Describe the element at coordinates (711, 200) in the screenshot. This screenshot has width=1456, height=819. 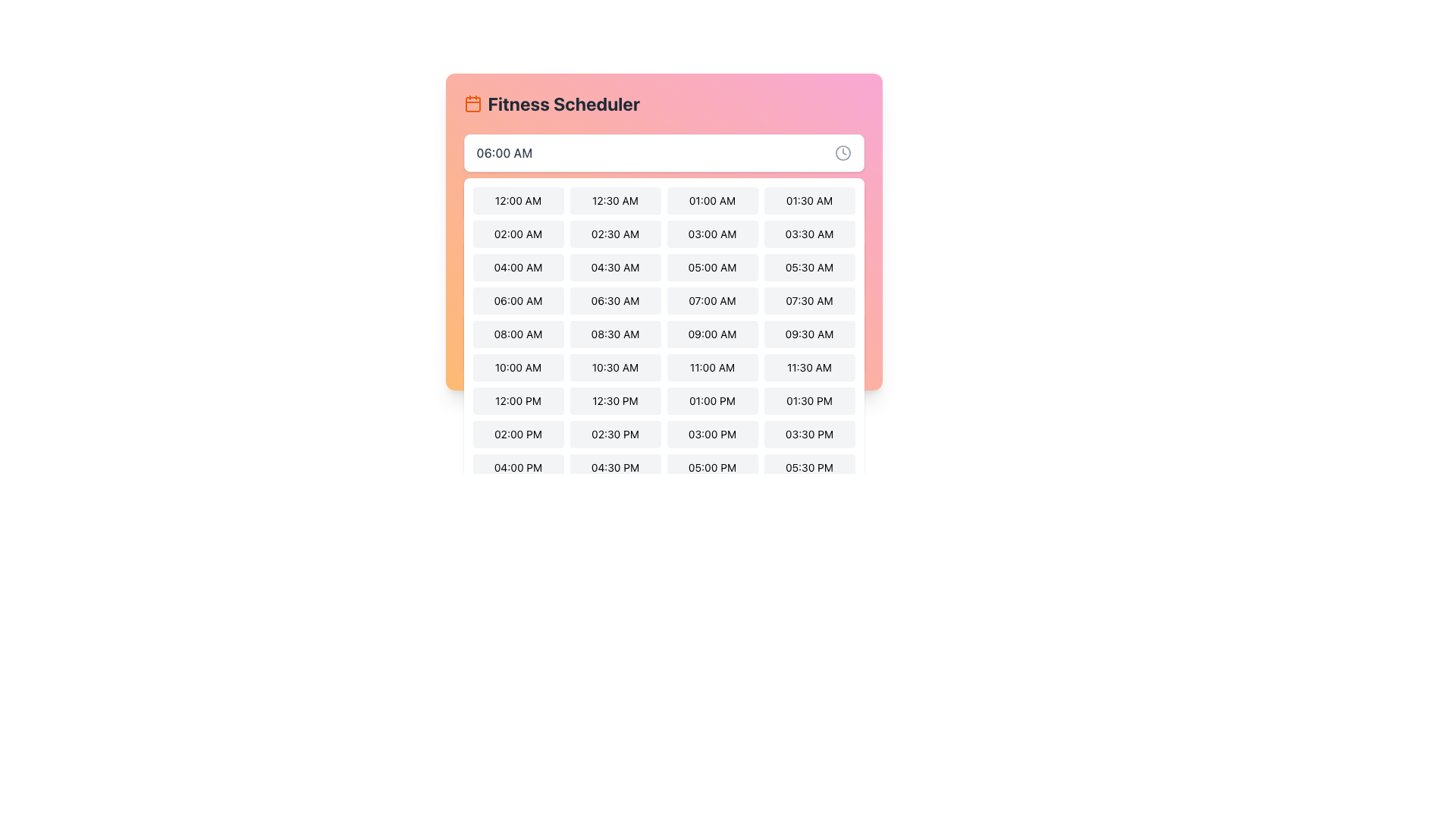
I see `the third button in the first row of the schedule picker dropdown` at that location.